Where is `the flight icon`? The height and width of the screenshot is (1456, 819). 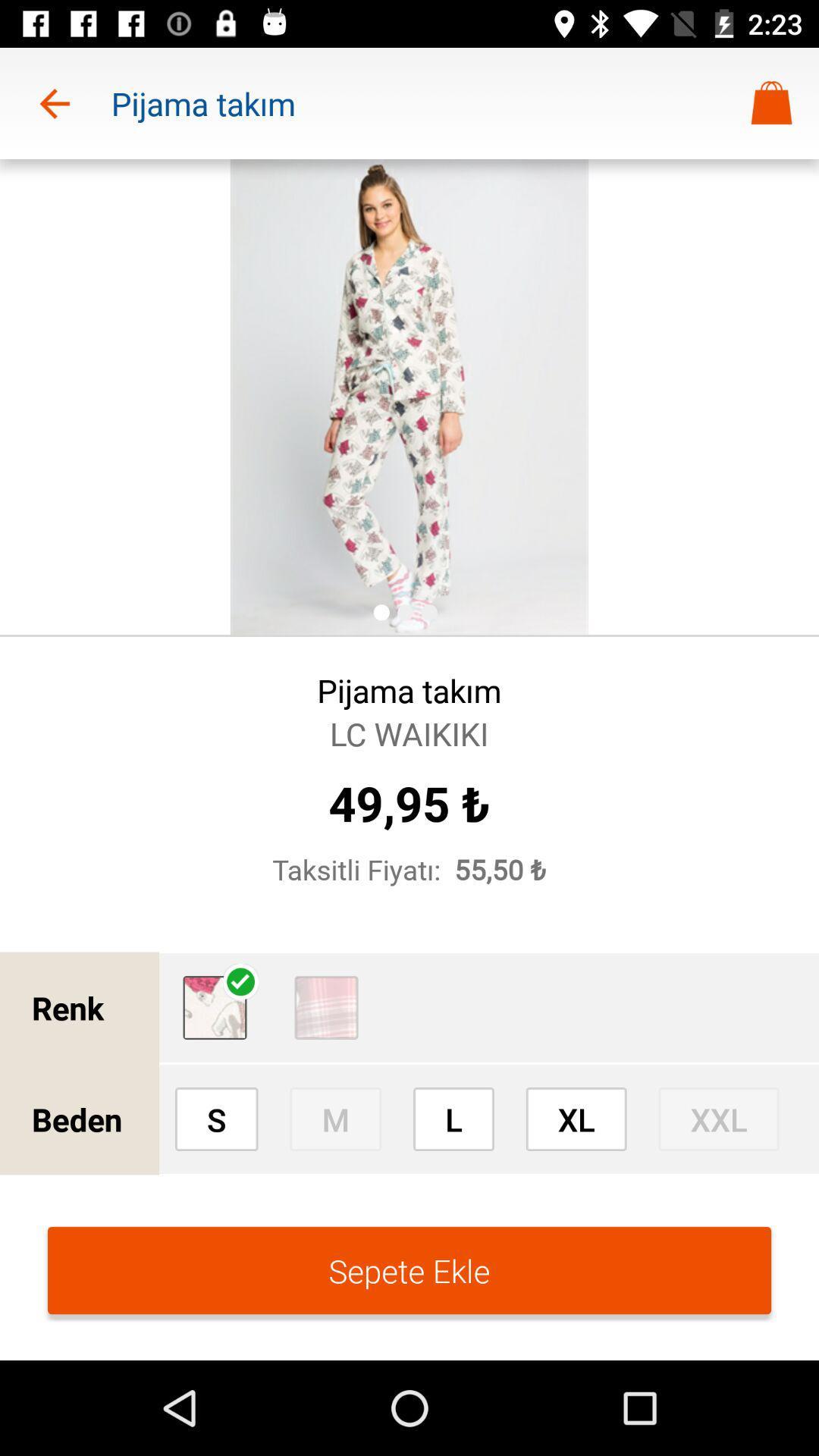
the flight icon is located at coordinates (215, 1008).